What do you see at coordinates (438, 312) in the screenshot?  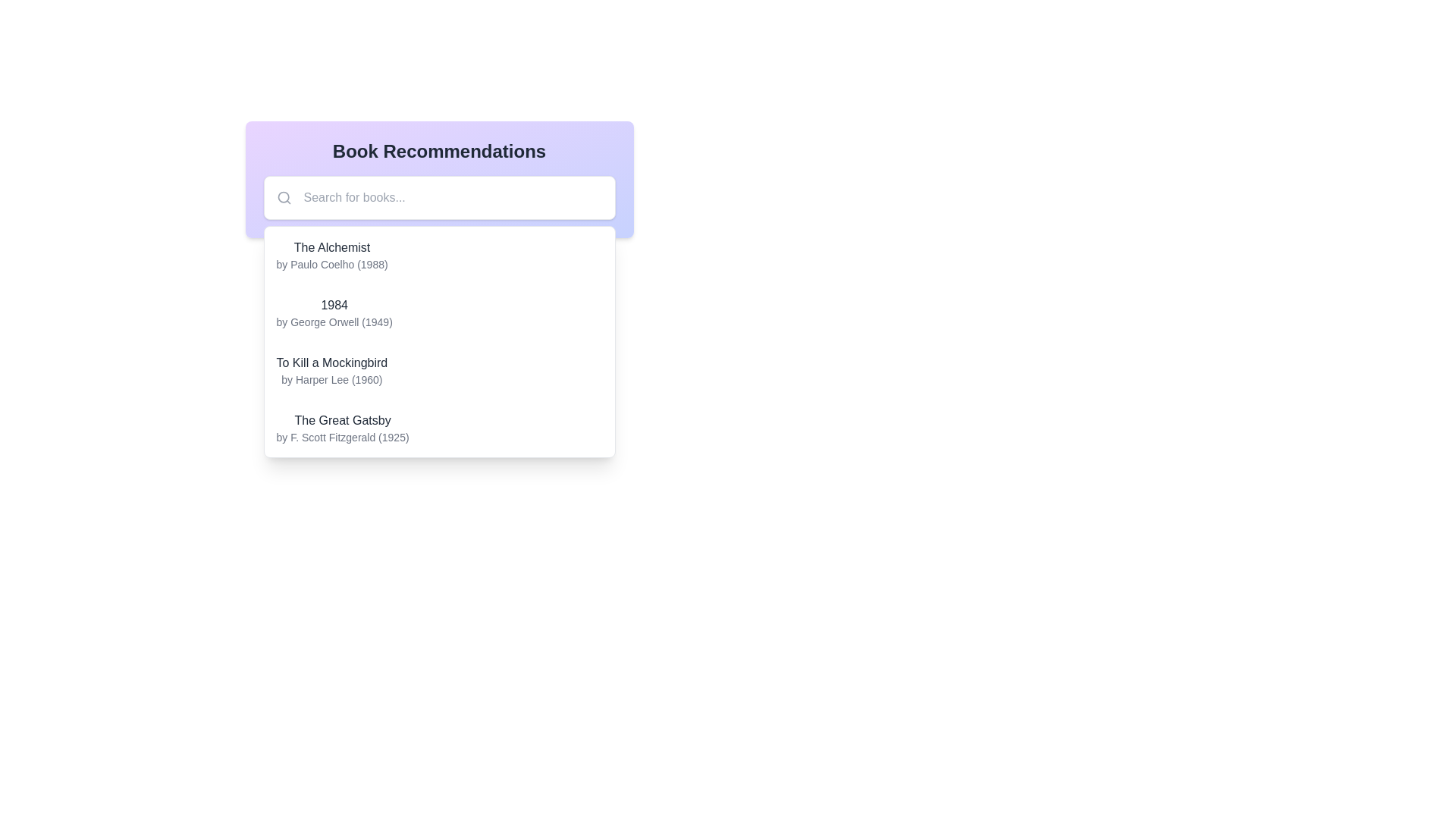 I see `the second item` at bounding box center [438, 312].